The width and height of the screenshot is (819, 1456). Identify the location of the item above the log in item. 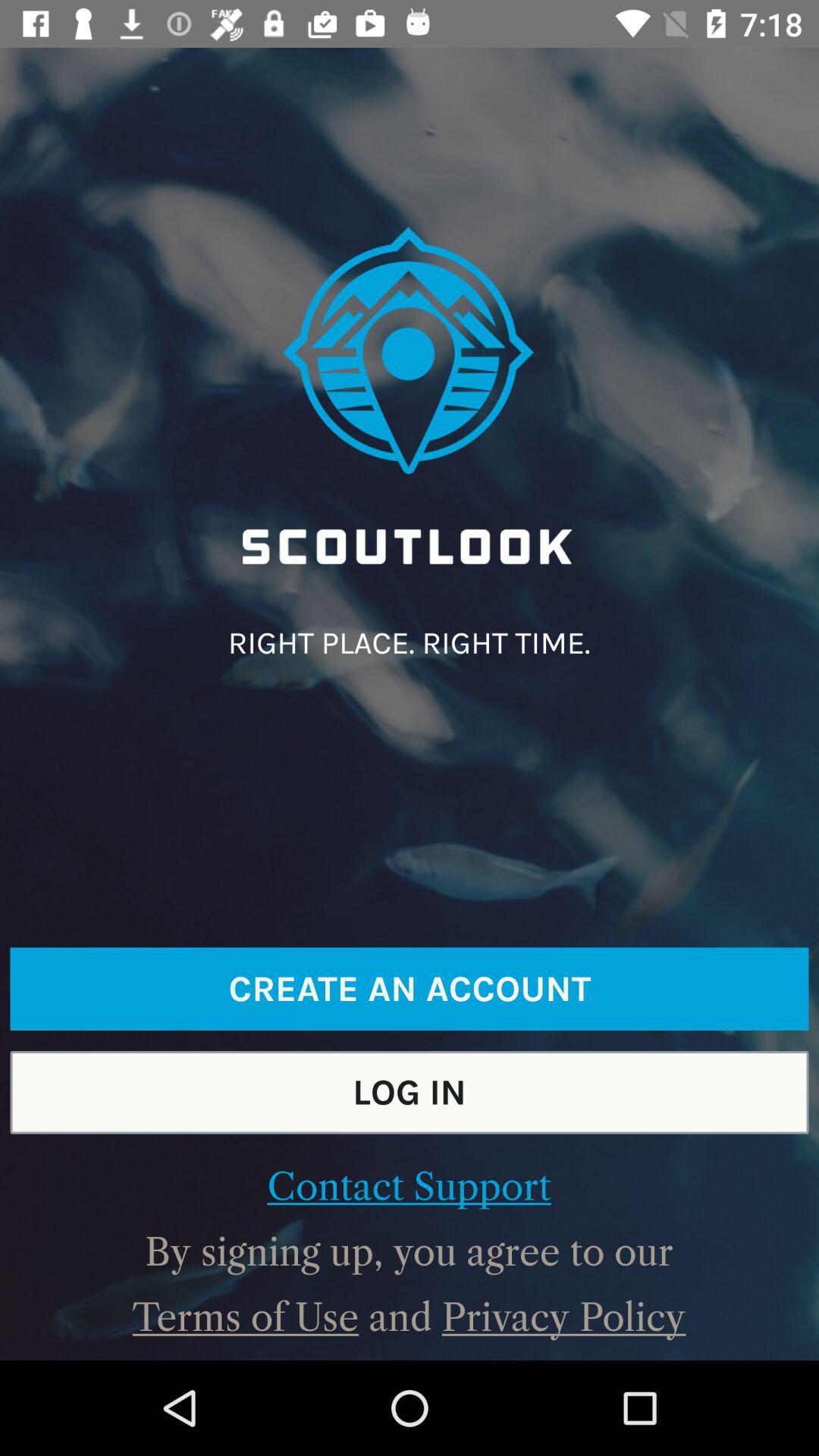
(409, 989).